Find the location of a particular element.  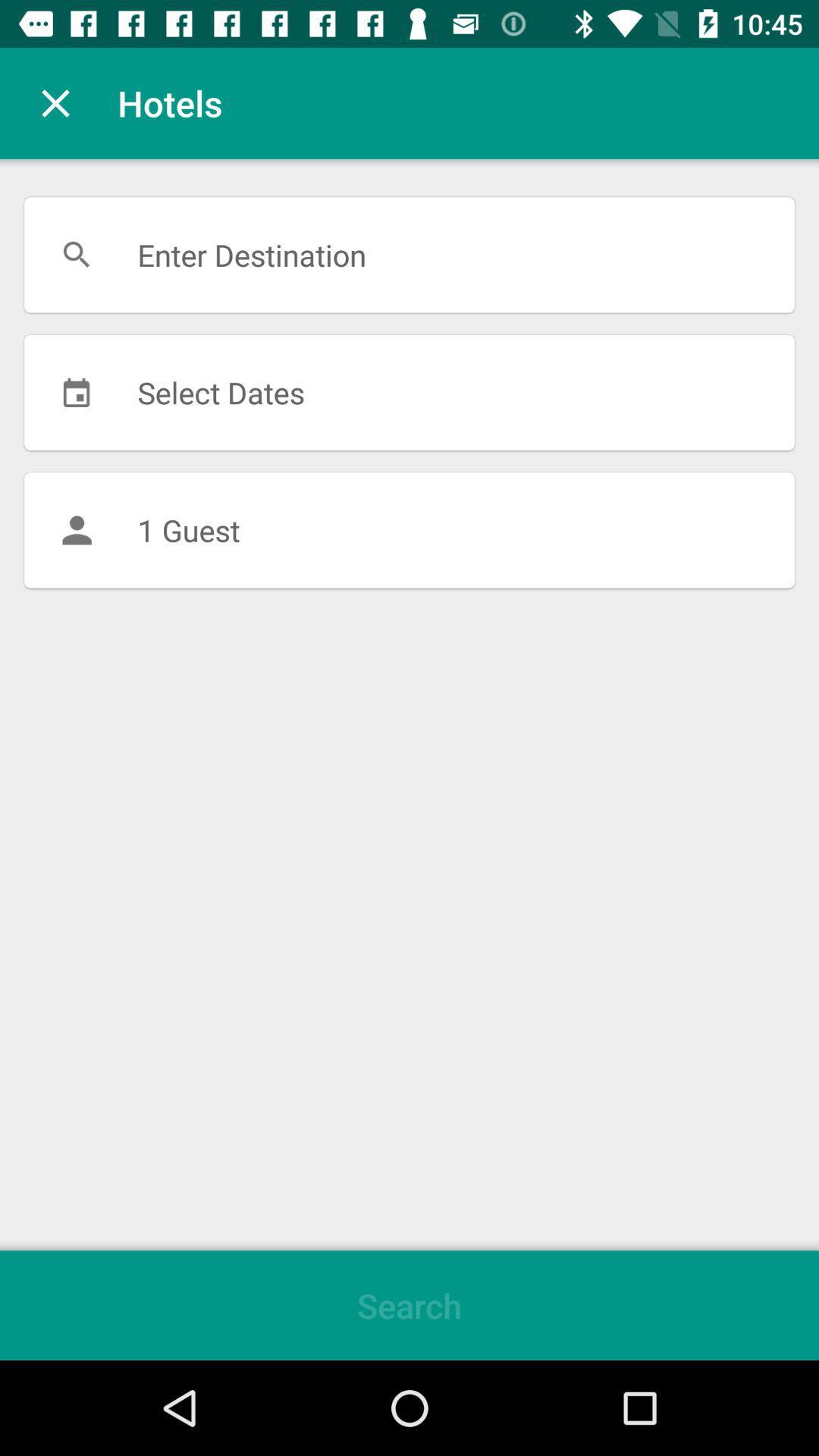

item to the left of hotels icon is located at coordinates (55, 102).